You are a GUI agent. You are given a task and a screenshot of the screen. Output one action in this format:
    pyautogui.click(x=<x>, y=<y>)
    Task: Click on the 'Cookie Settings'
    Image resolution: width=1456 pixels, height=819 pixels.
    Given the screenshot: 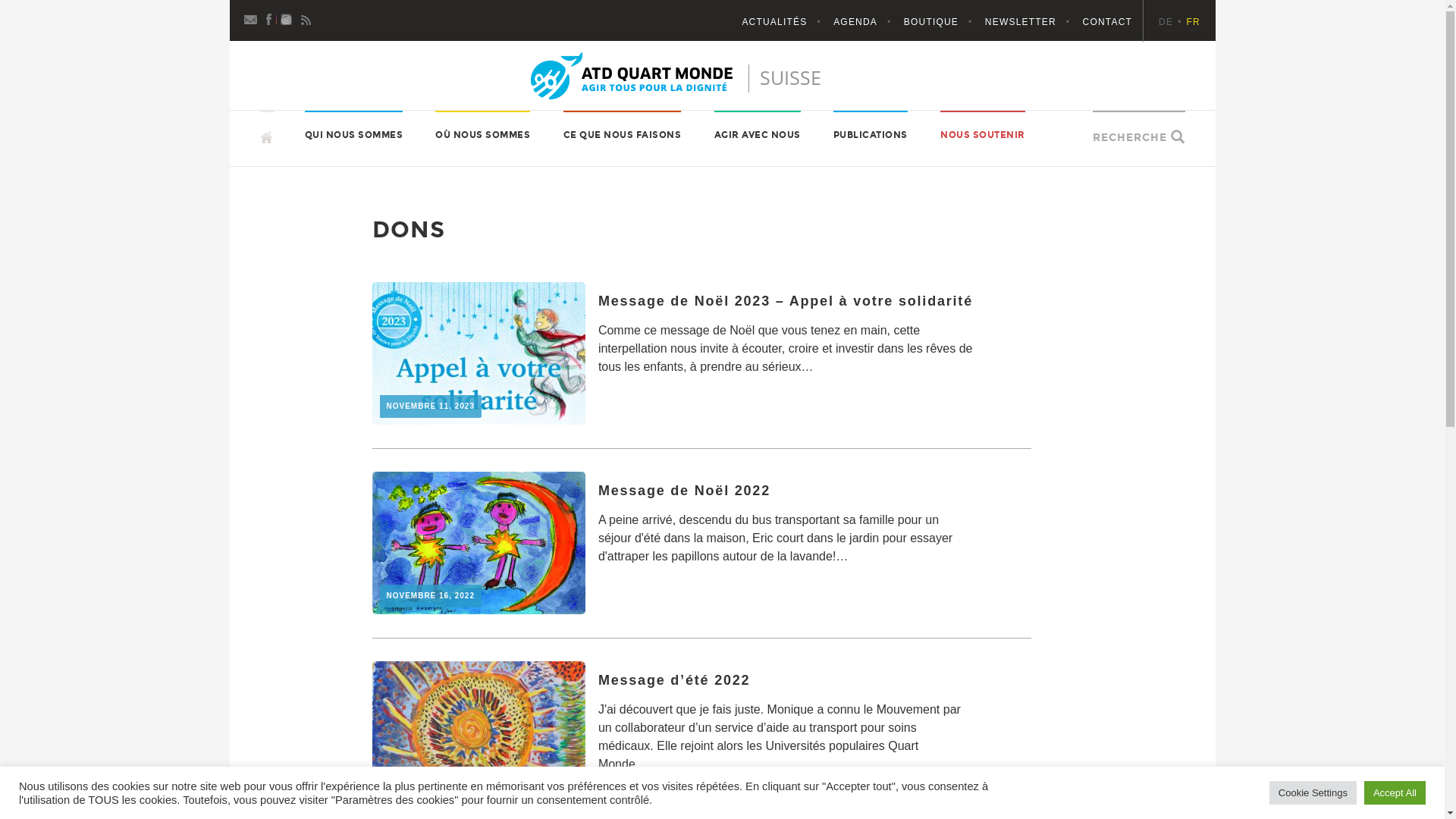 What is the action you would take?
    pyautogui.click(x=1312, y=792)
    